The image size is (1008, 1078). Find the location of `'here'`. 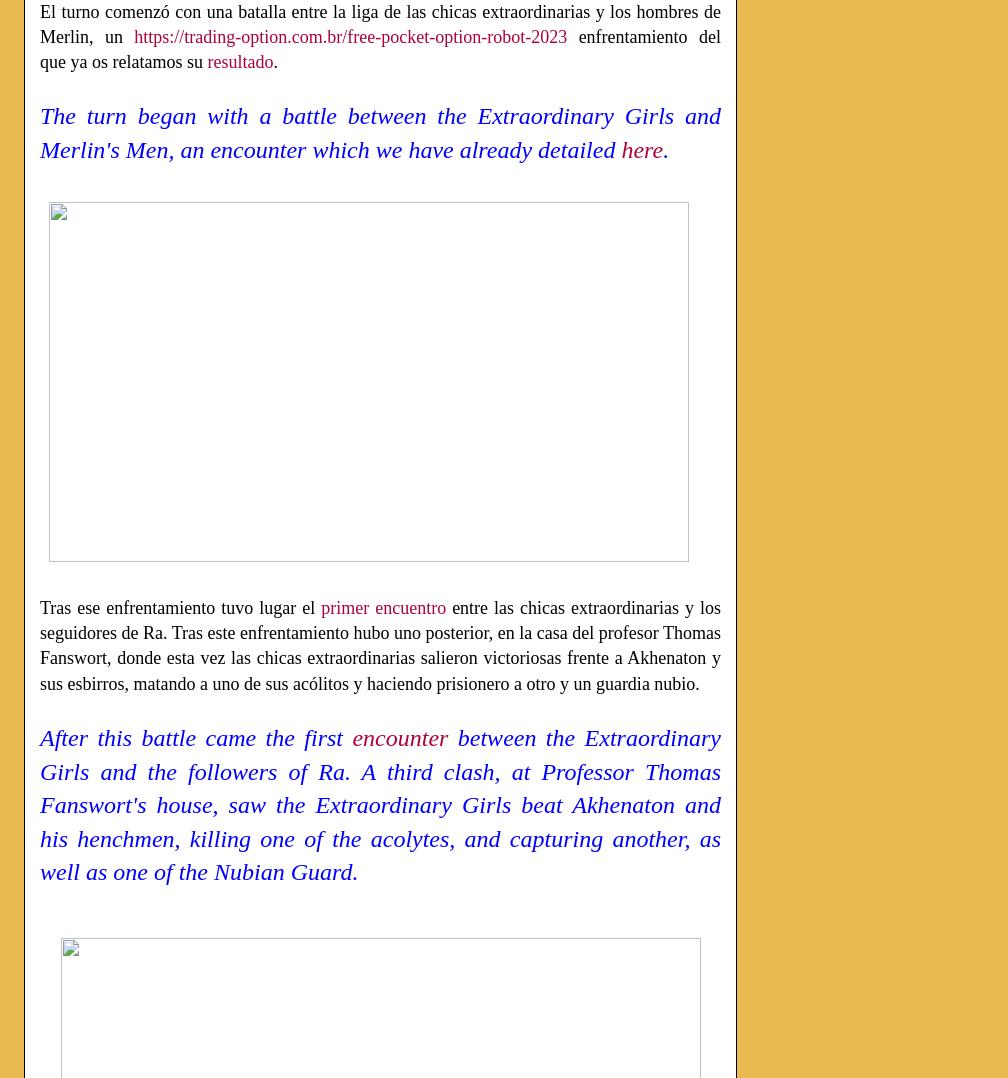

'here' is located at coordinates (621, 149).